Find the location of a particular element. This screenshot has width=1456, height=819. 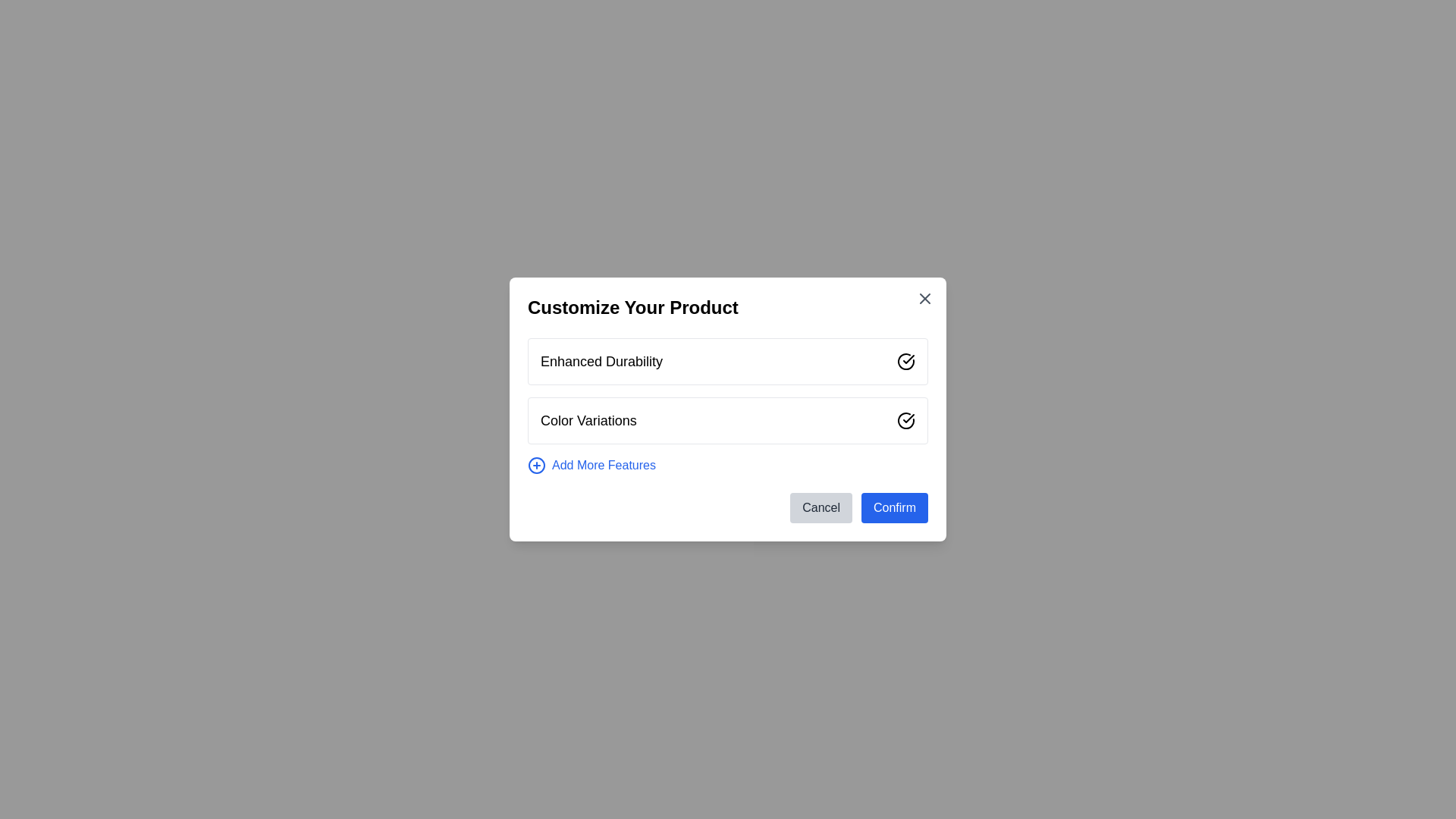

the close button represented by a vector graphic 'X' in the top-right corner of the 'Customize Your Product' dialog box is located at coordinates (924, 298).